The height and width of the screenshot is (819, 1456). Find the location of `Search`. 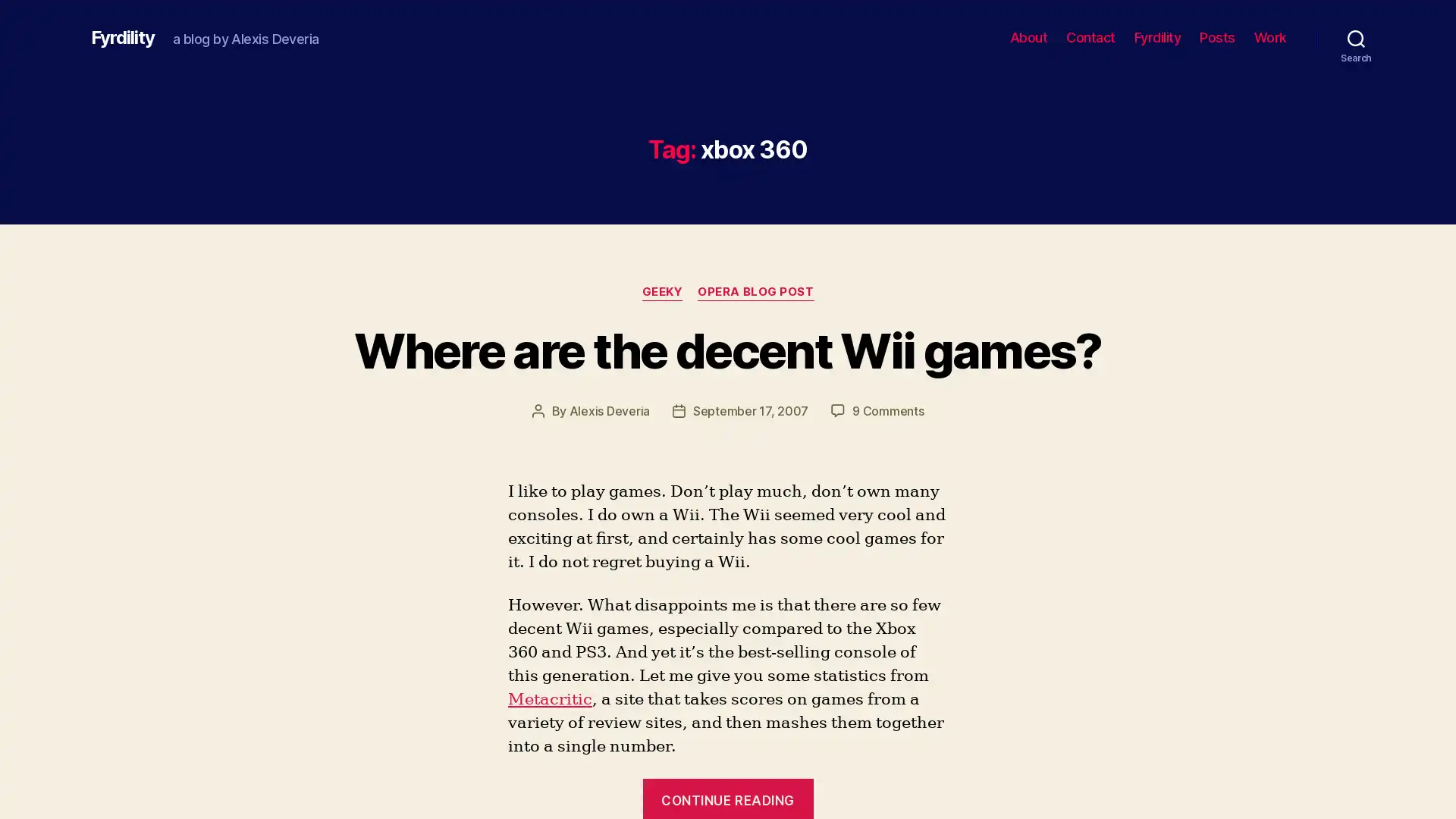

Search is located at coordinates (1356, 37).